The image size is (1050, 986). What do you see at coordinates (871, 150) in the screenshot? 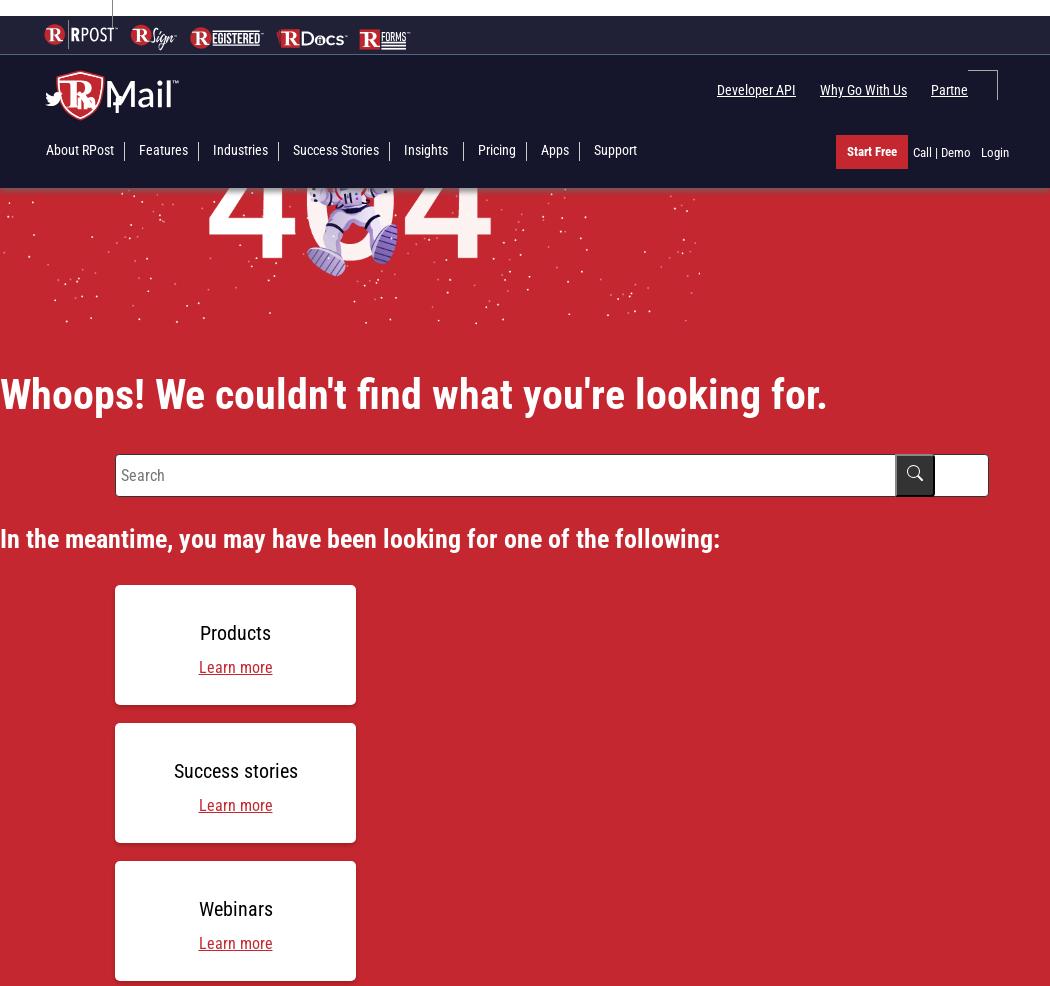
I see `'Start Free'` at bounding box center [871, 150].